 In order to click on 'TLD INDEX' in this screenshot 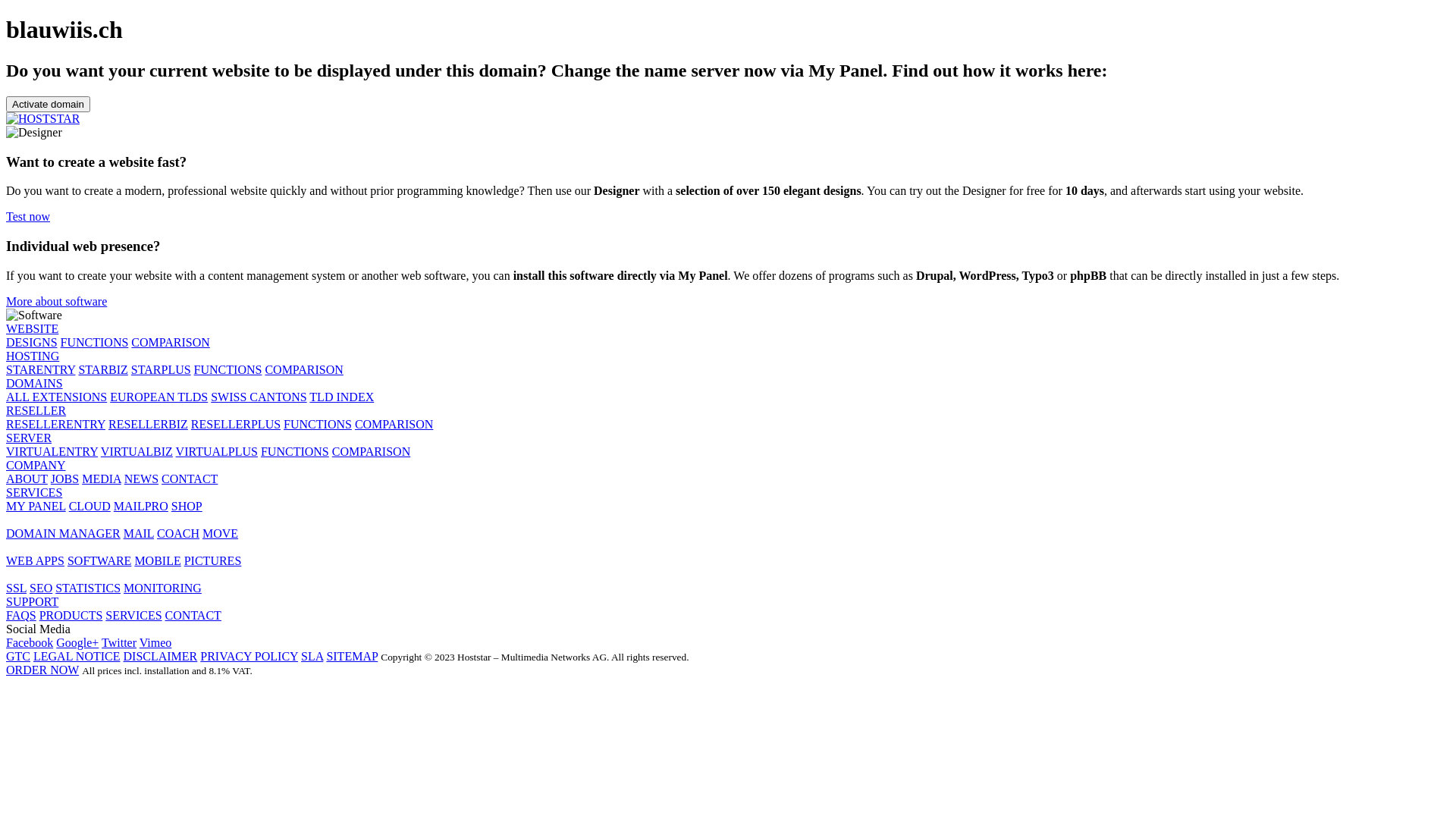, I will do `click(340, 396)`.